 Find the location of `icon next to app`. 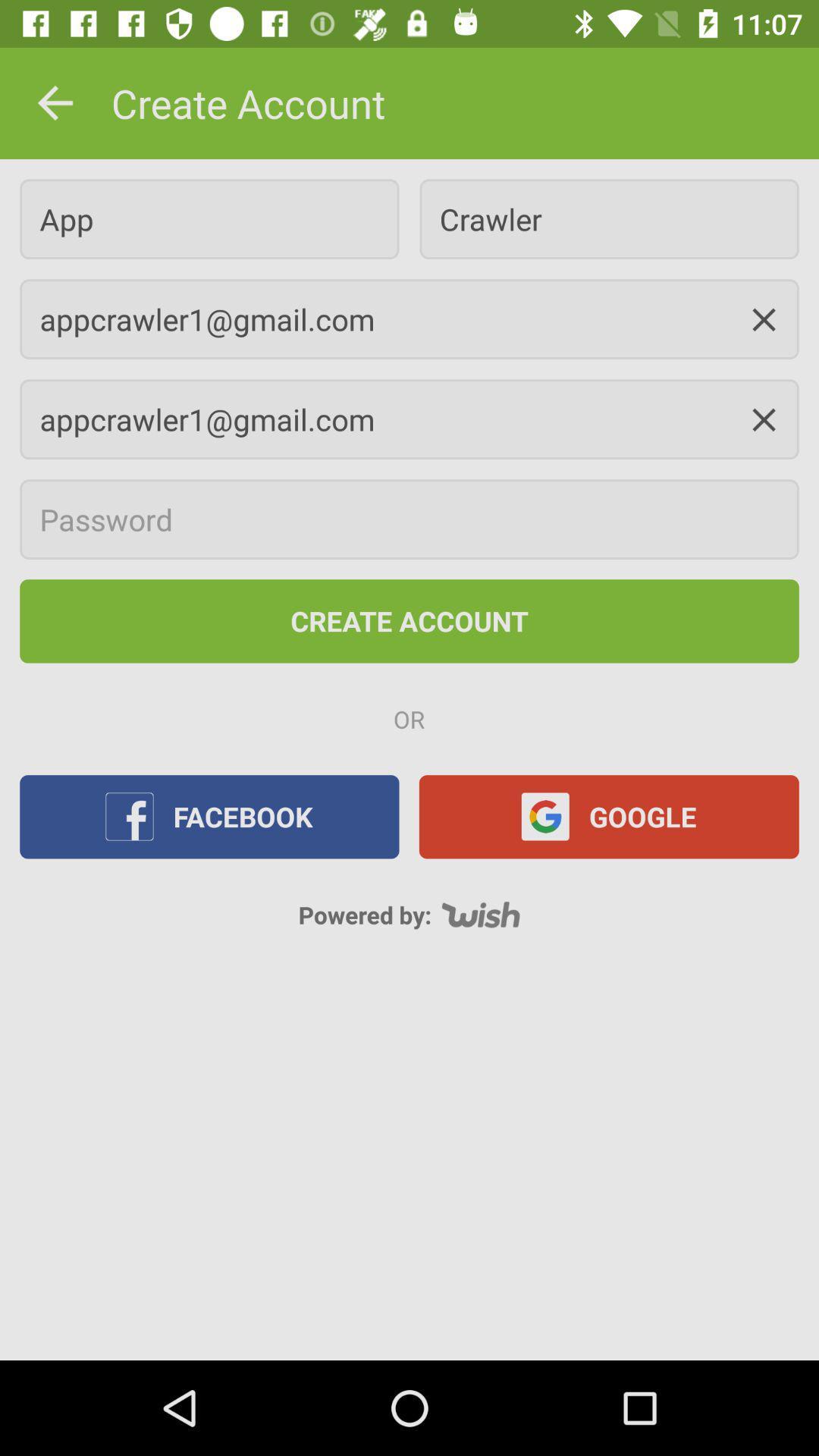

icon next to app is located at coordinates (608, 218).